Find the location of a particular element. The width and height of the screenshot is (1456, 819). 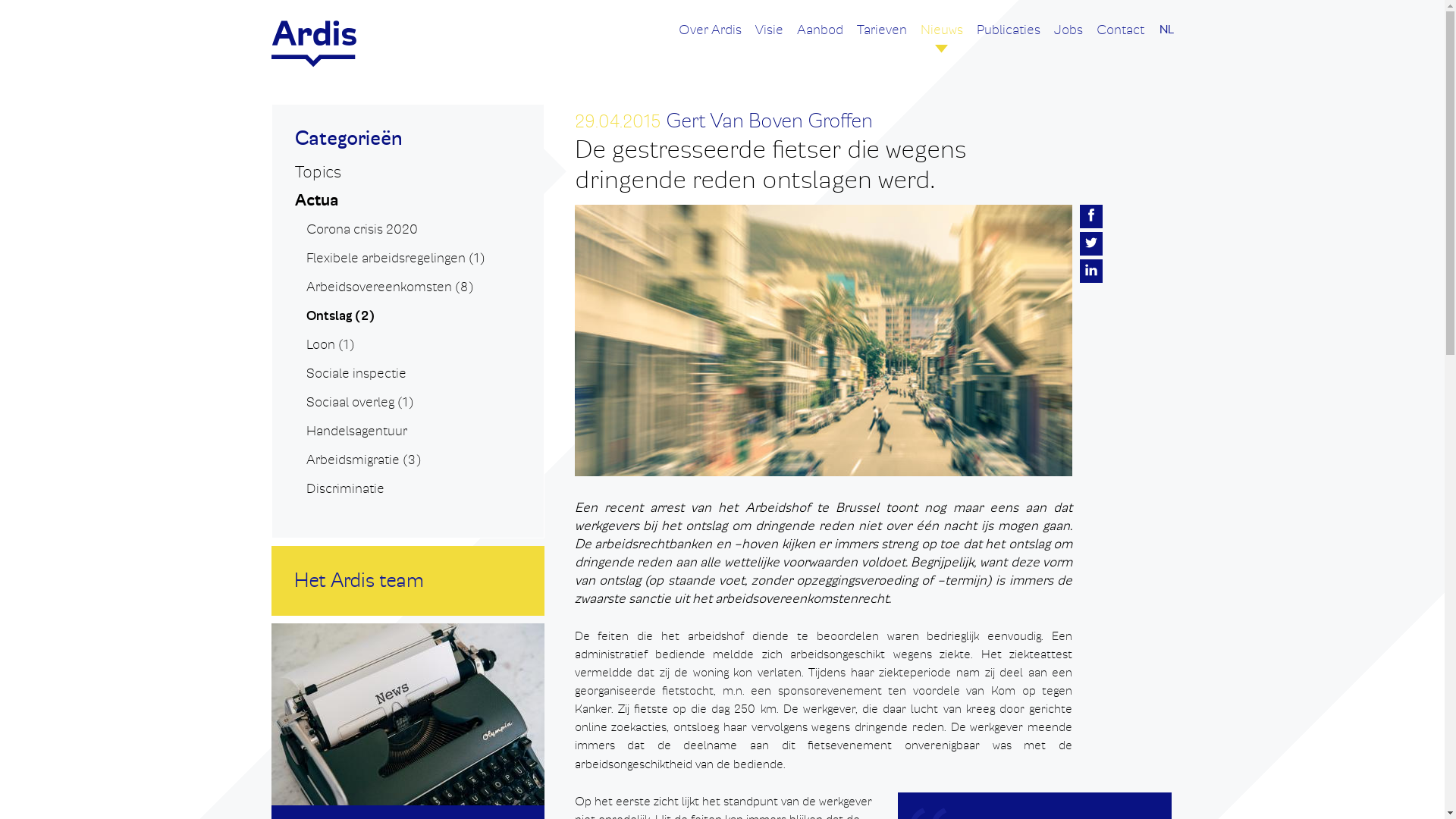

'Topics' is located at coordinates (316, 171).